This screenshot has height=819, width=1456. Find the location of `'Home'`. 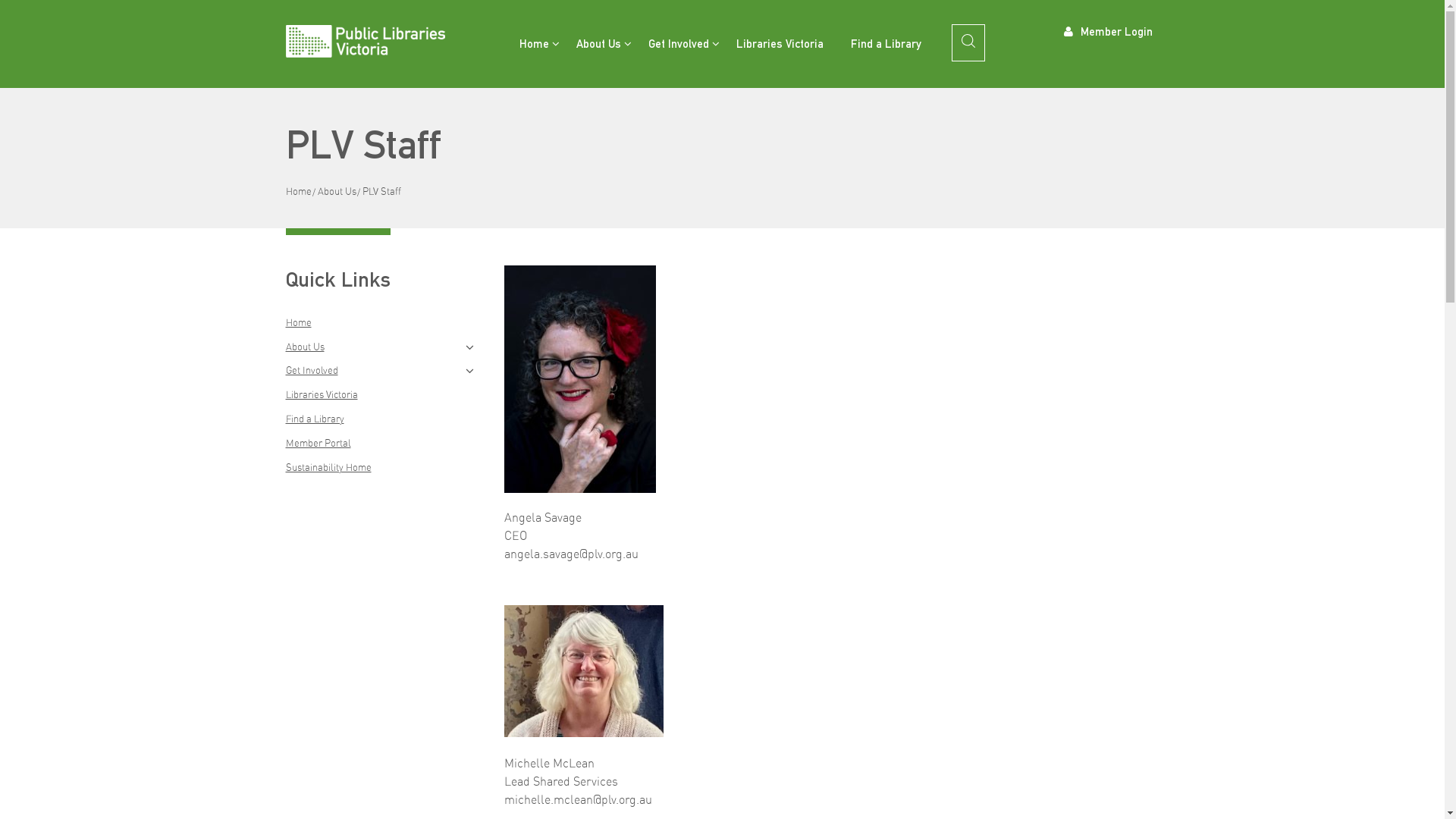

'Home' is located at coordinates (298, 190).